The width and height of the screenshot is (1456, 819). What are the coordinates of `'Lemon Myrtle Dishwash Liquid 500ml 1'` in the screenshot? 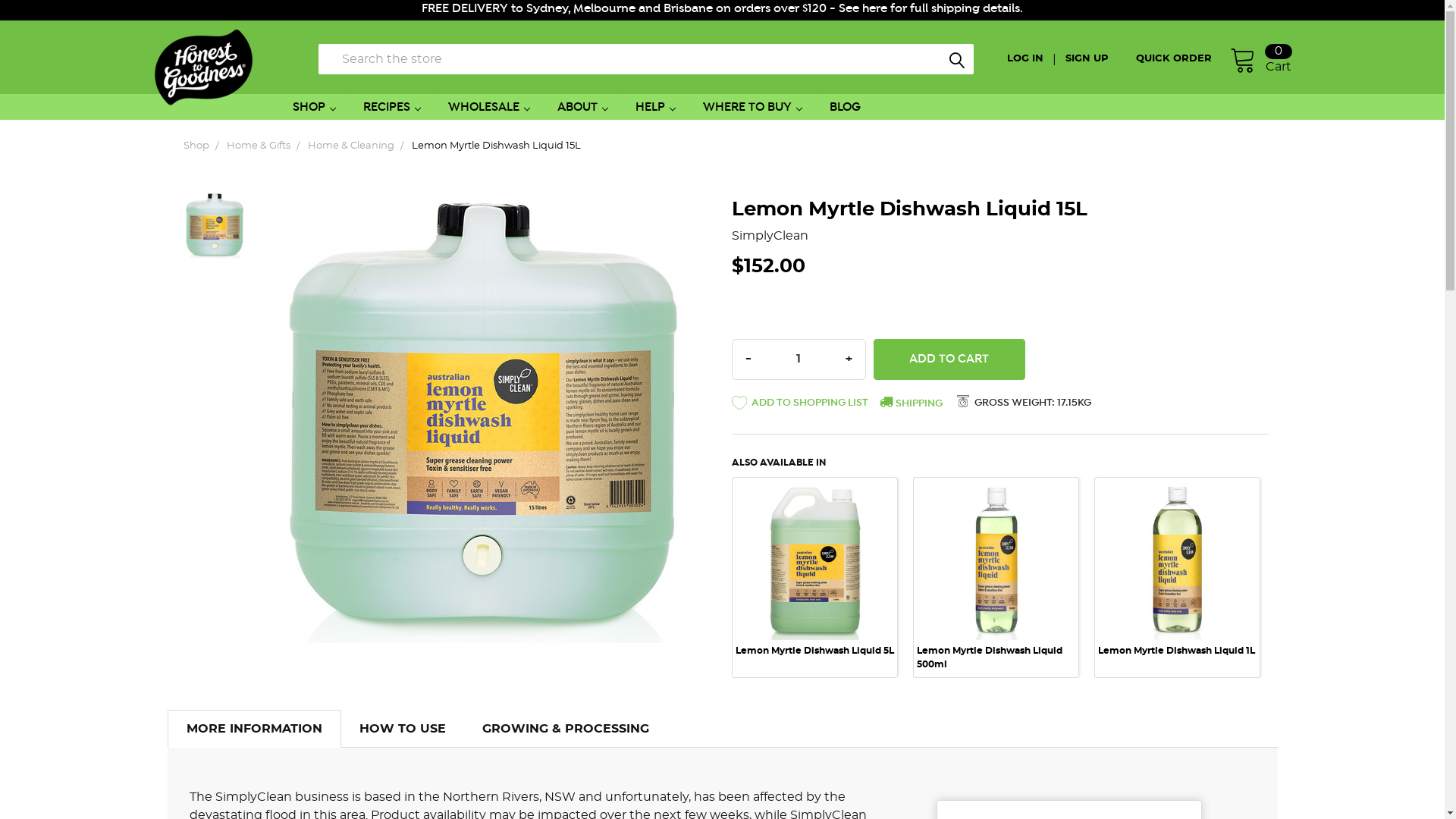 It's located at (996, 560).